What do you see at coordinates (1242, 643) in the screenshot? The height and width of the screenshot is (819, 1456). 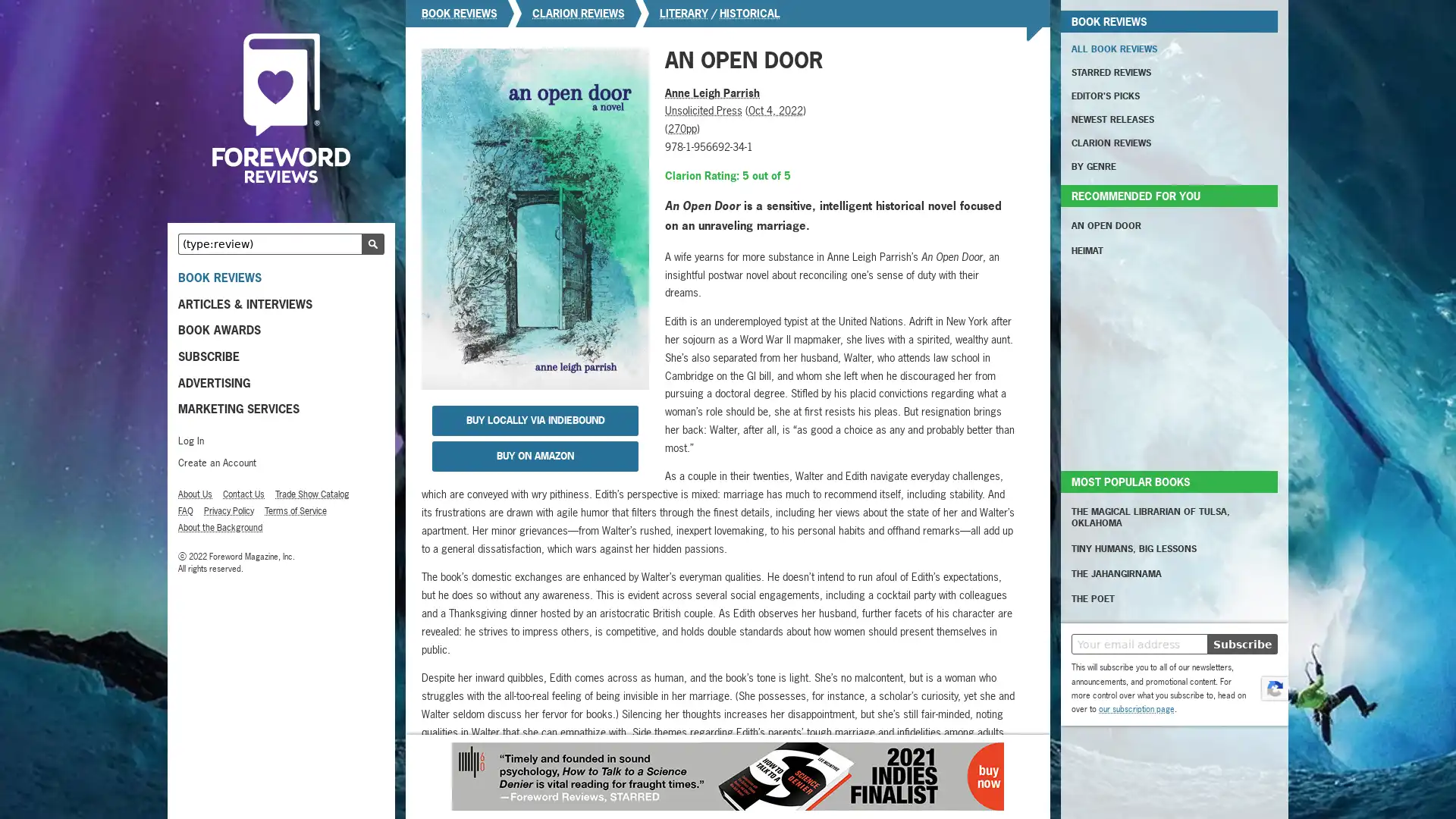 I see `Subscribe` at bounding box center [1242, 643].